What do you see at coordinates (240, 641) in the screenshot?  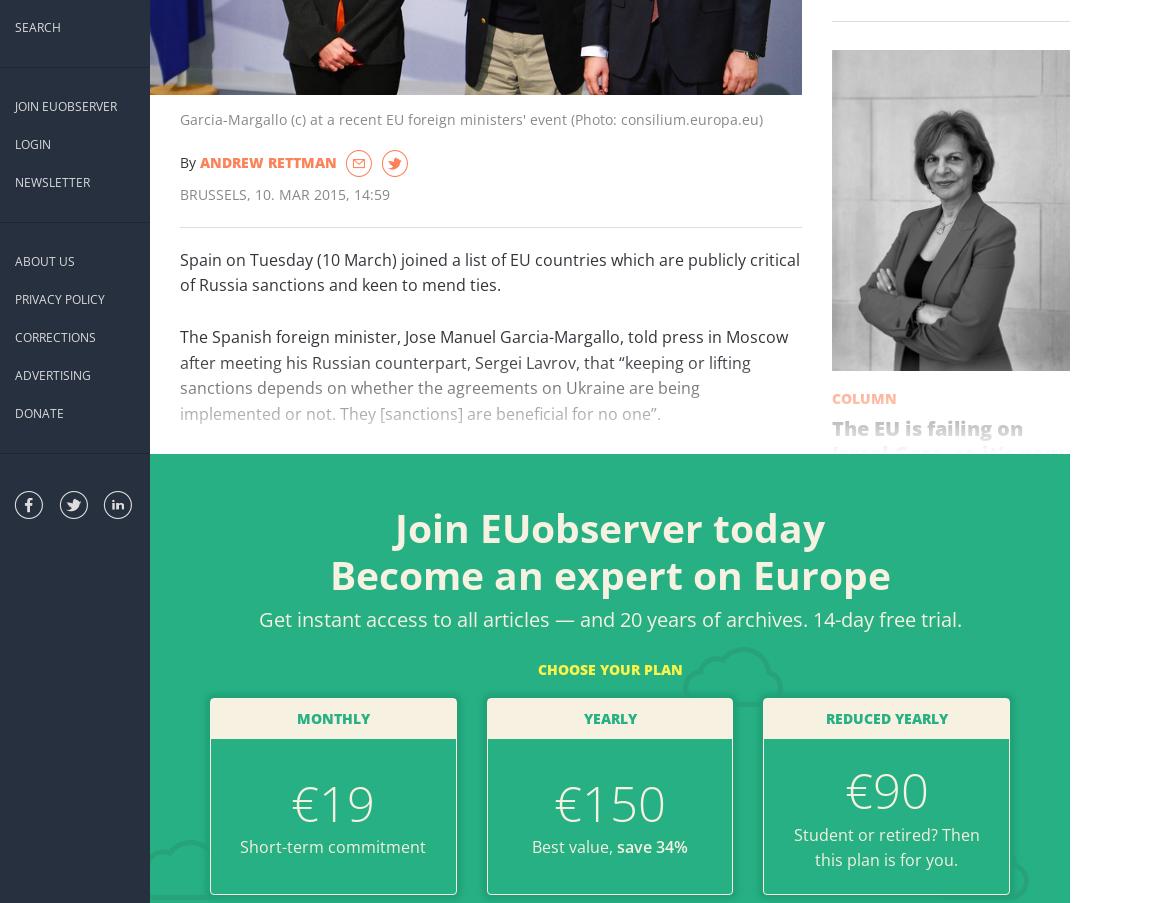 I see `'Related stories'` at bounding box center [240, 641].